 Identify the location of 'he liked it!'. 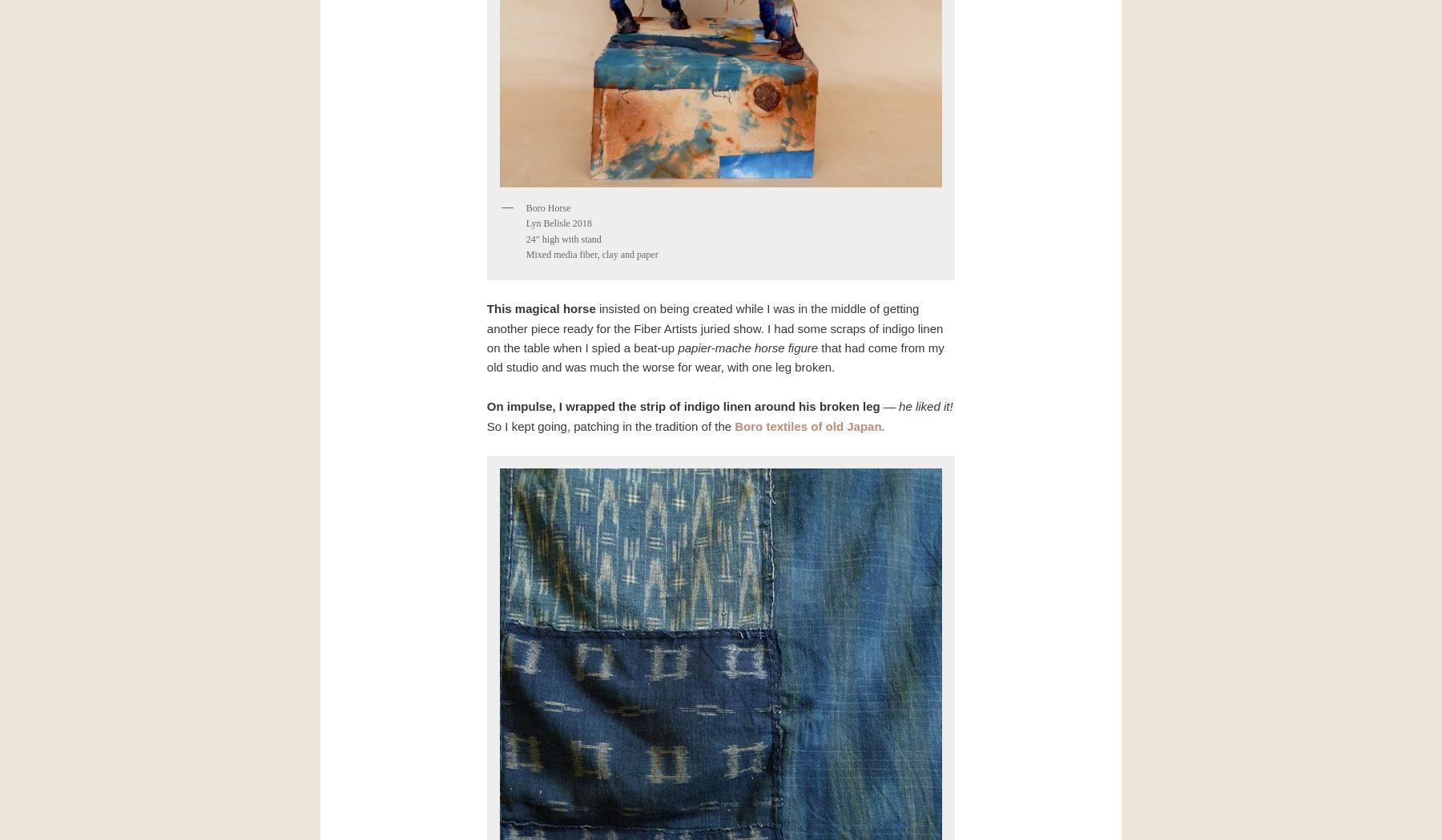
(924, 405).